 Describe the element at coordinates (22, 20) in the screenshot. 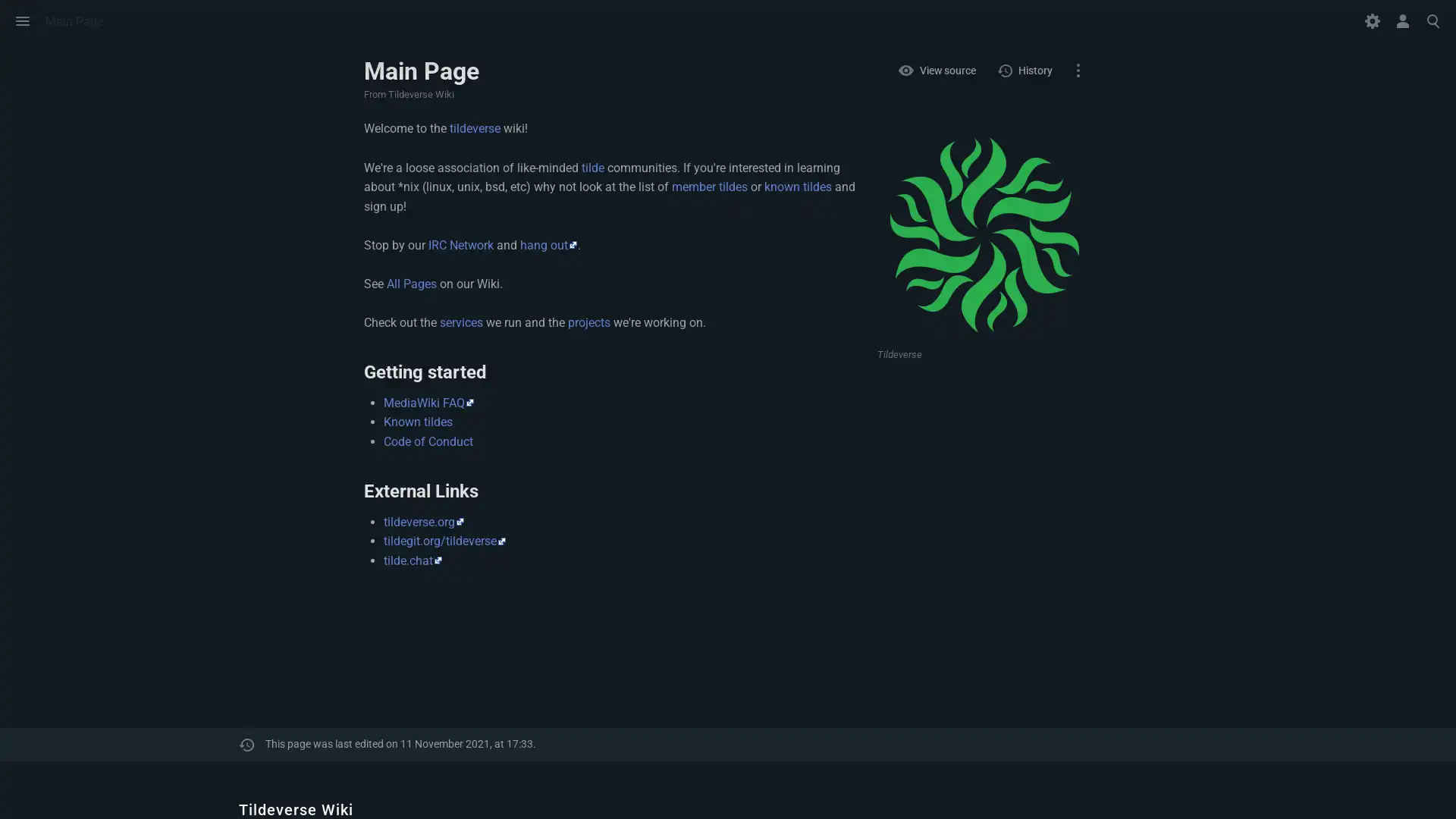

I see `Toggle menu` at that location.